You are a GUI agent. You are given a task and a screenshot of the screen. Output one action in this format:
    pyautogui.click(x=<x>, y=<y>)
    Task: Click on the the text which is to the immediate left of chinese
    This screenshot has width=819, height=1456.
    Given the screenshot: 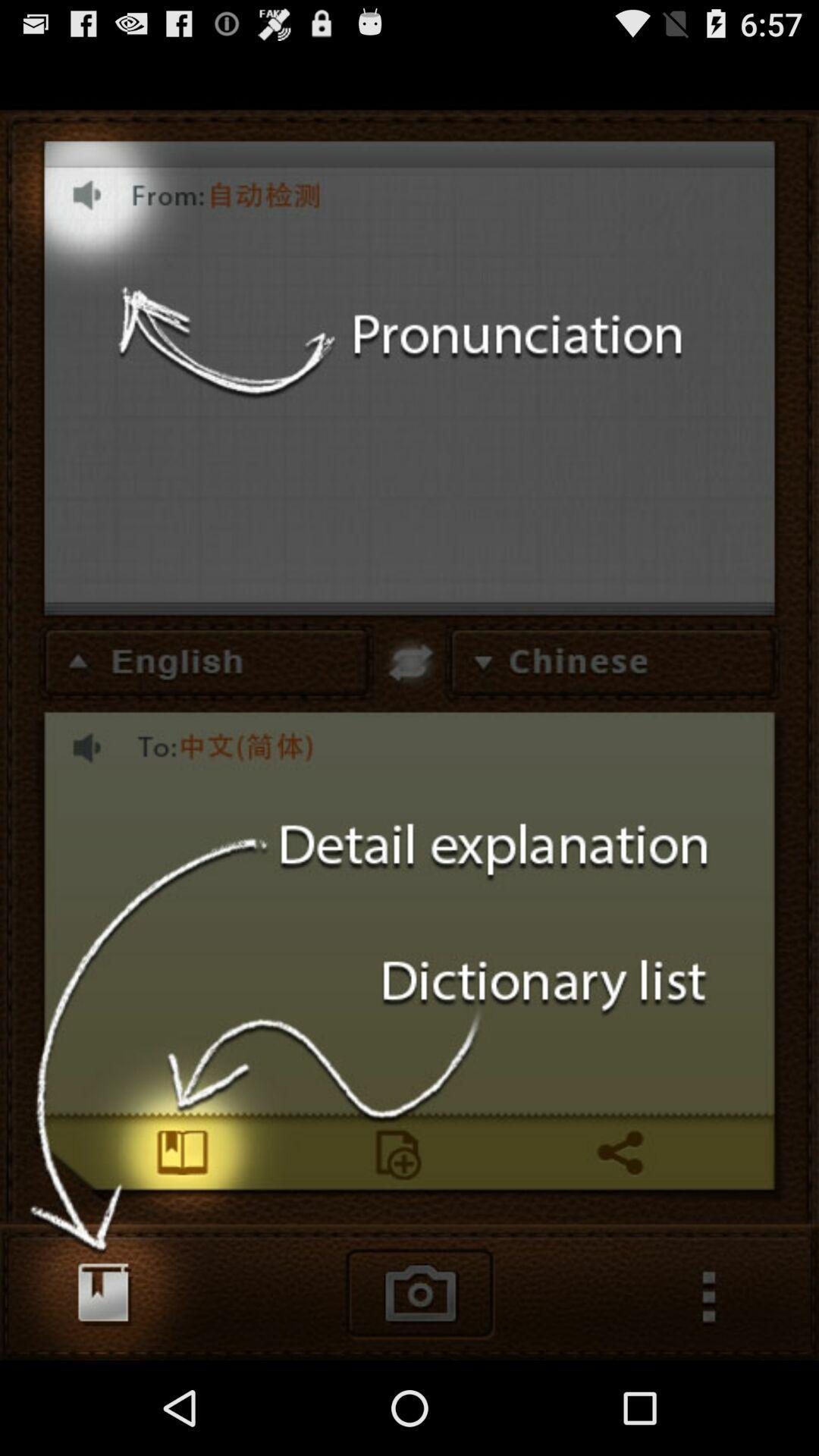 What is the action you would take?
    pyautogui.click(x=191, y=654)
    